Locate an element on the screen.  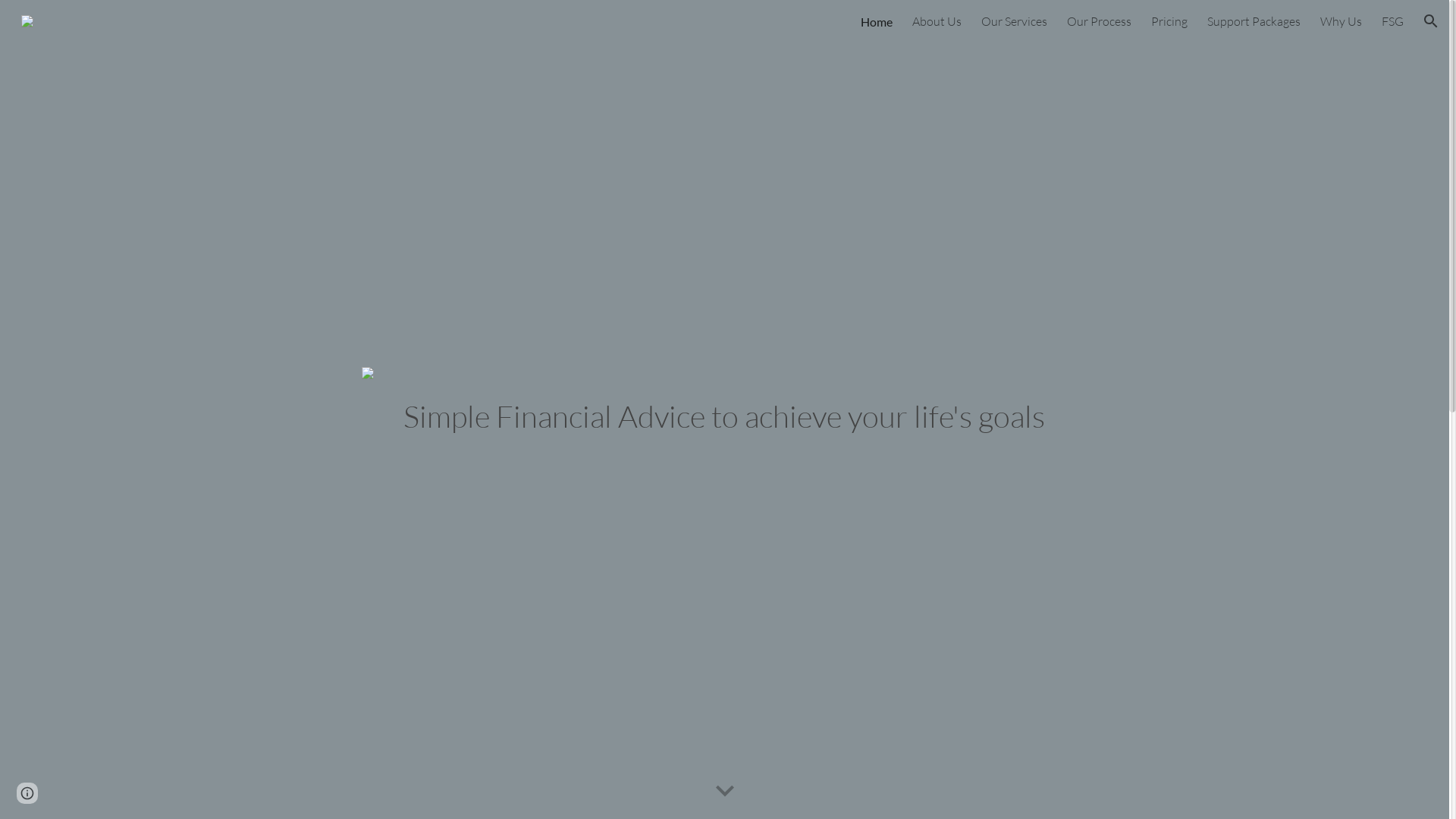
'Home' is located at coordinates (877, 20).